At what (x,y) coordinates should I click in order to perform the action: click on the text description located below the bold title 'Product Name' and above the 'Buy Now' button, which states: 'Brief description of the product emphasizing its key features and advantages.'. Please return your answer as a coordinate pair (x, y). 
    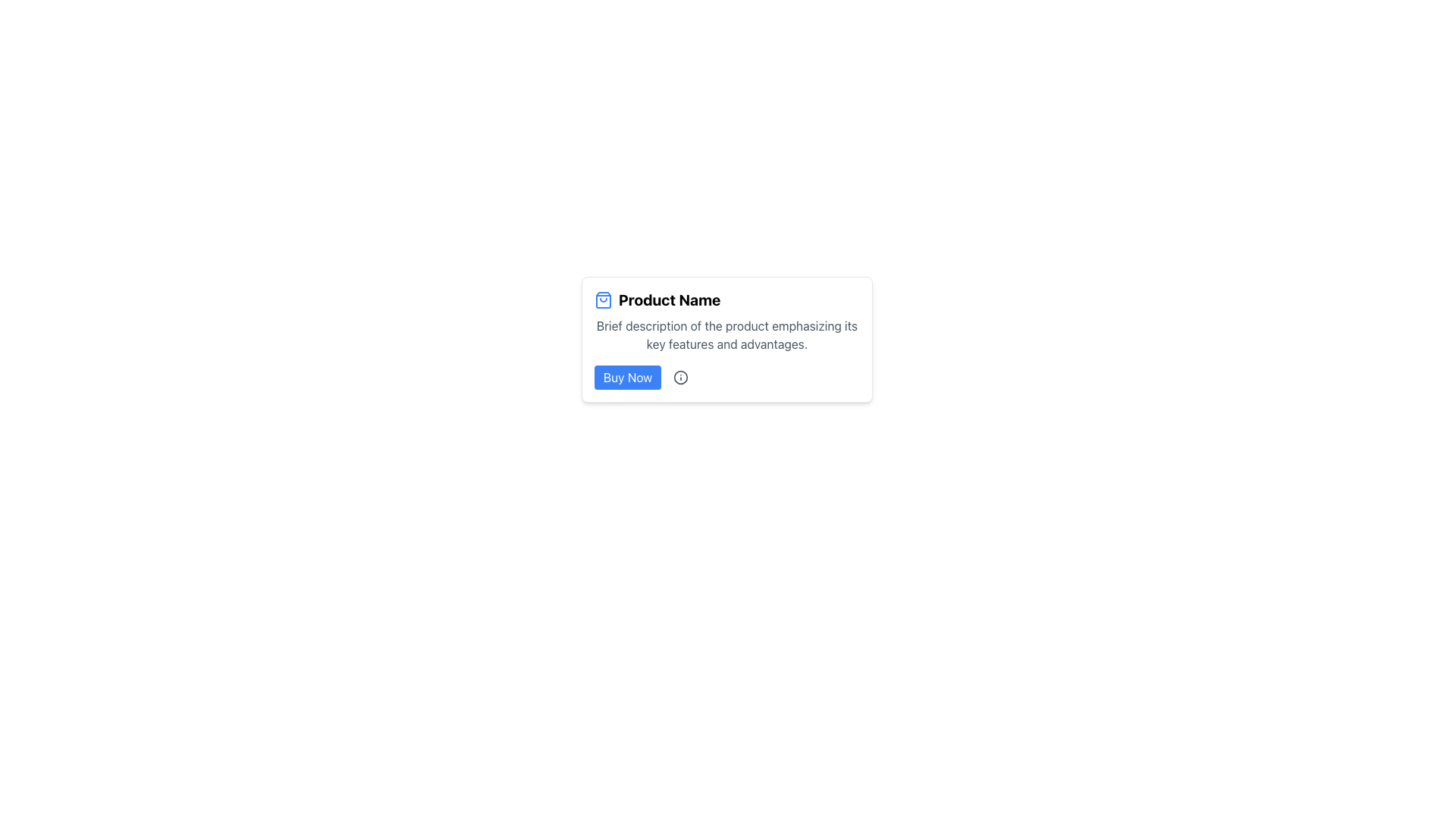
    Looking at the image, I should click on (726, 334).